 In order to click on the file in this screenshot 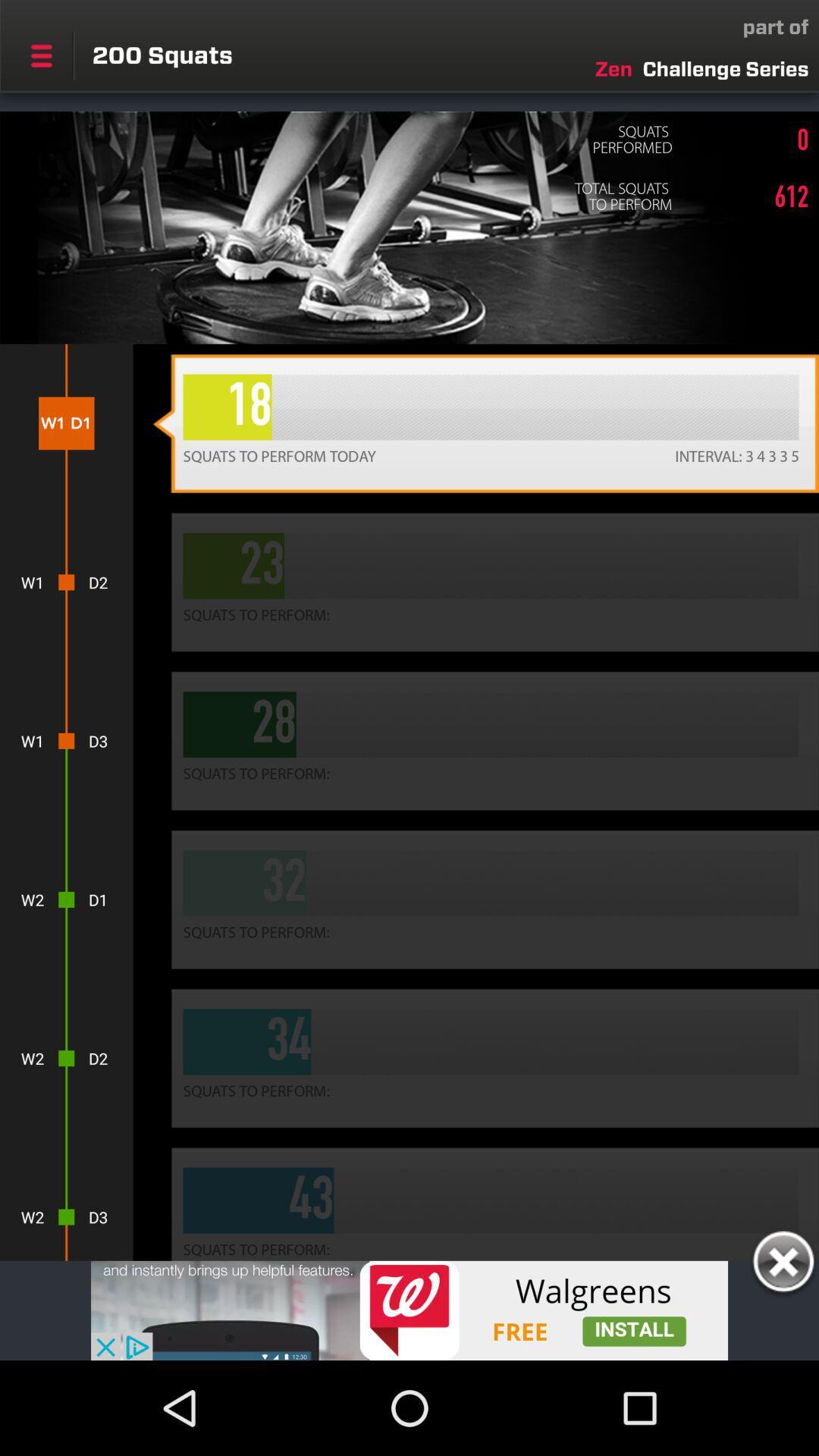, I will do `click(783, 1264)`.